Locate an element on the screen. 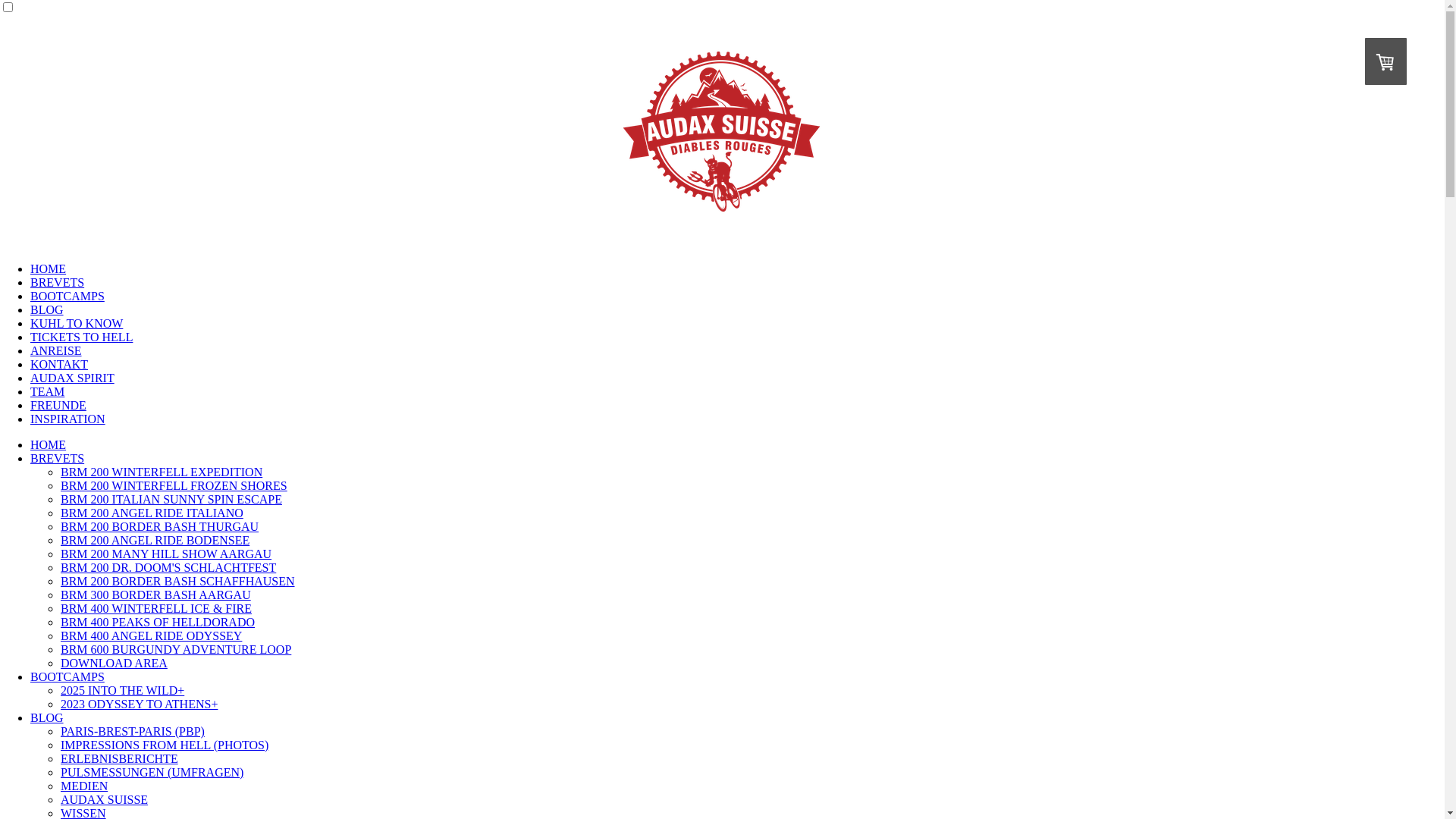 This screenshot has height=819, width=1456. 'KUHL TO KNOW' is located at coordinates (30, 322).